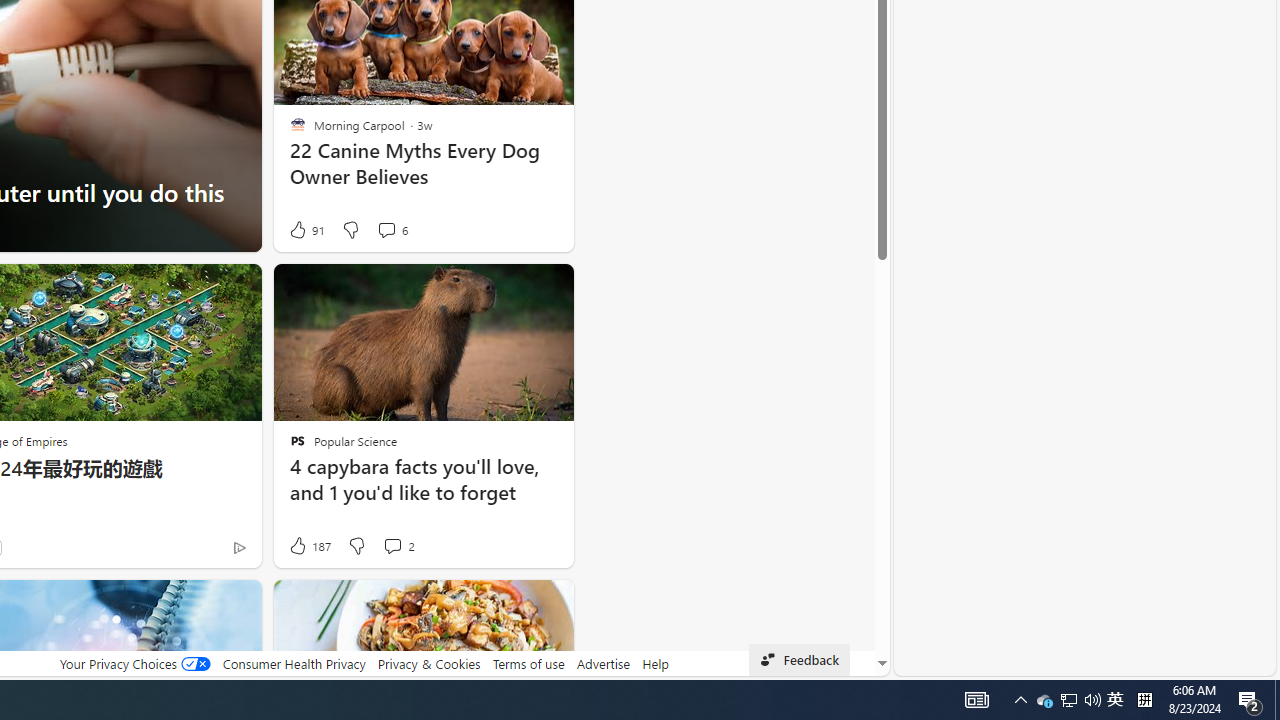 The width and height of the screenshot is (1280, 720). Describe the element at coordinates (304, 229) in the screenshot. I see `'91 Like'` at that location.